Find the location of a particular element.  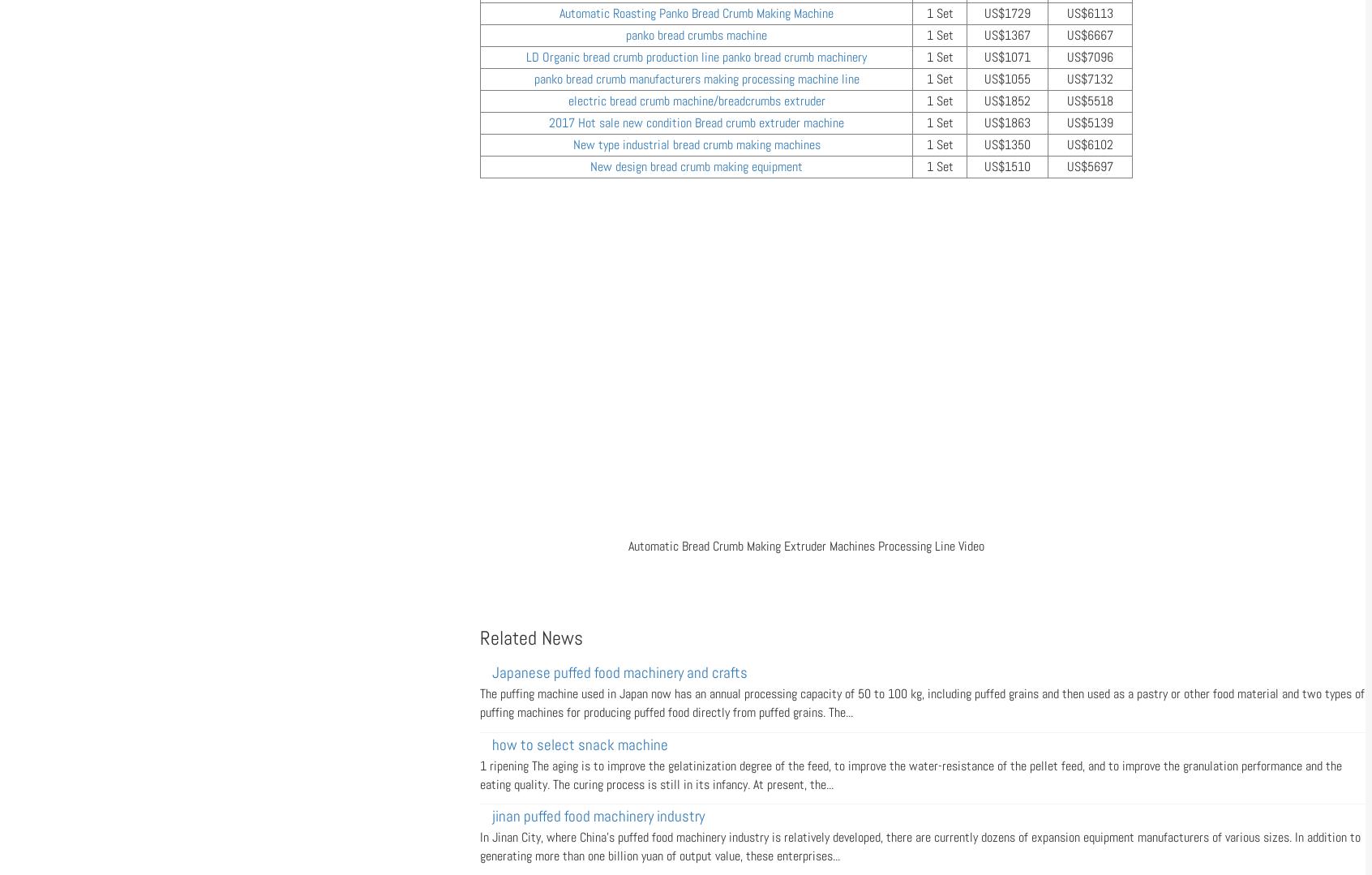

'The puffing machine used in Japan now has an annual processing capacity of 50 to 100 kg, including puffed grains and then used as a pastry or other food material and two types of puffing machines for producing puffed food directly from puffed grains. The...' is located at coordinates (479, 702).